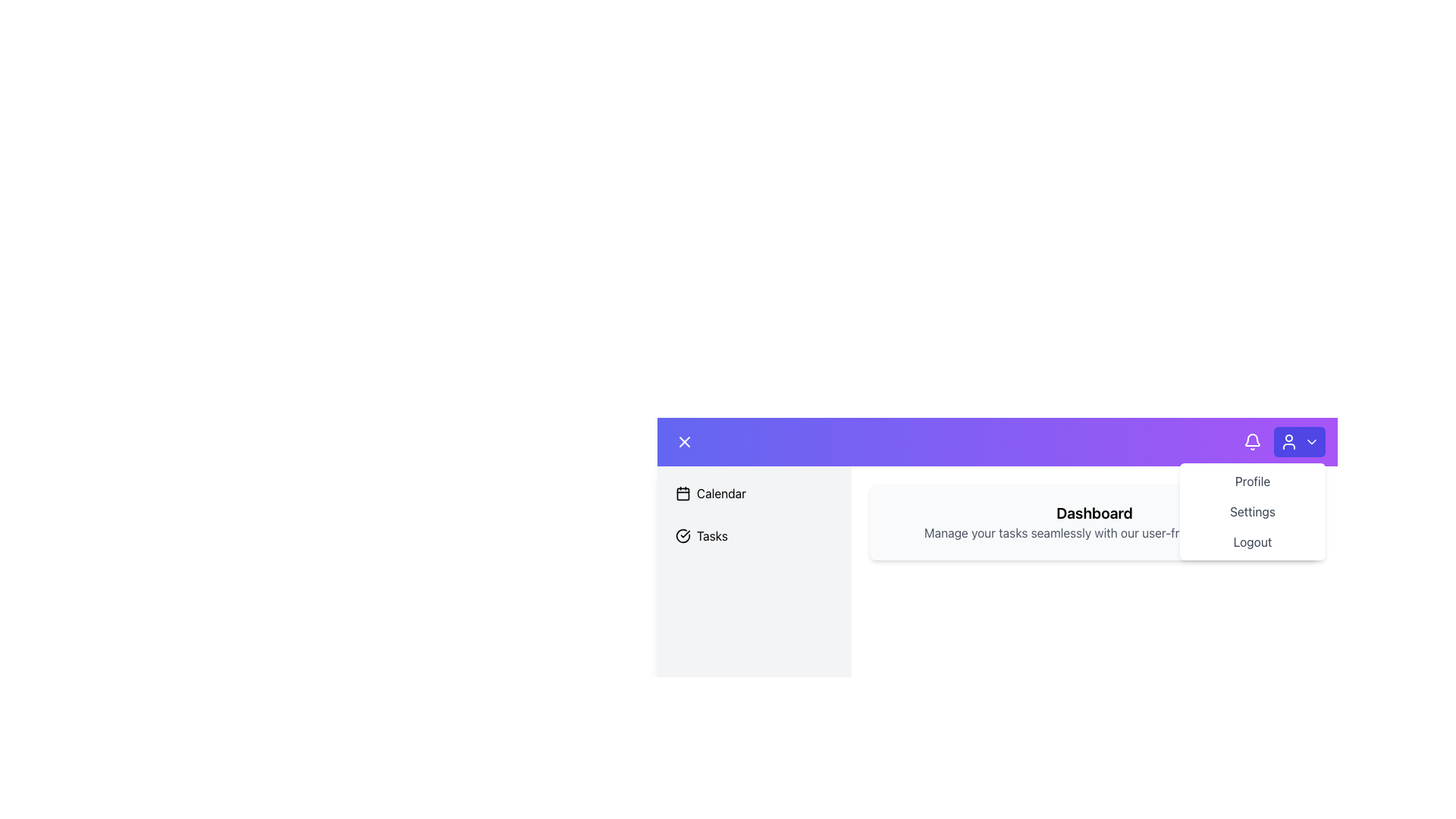 The image size is (1456, 819). What do you see at coordinates (1252, 440) in the screenshot?
I see `the bell icon in the top-right section of the interface` at bounding box center [1252, 440].